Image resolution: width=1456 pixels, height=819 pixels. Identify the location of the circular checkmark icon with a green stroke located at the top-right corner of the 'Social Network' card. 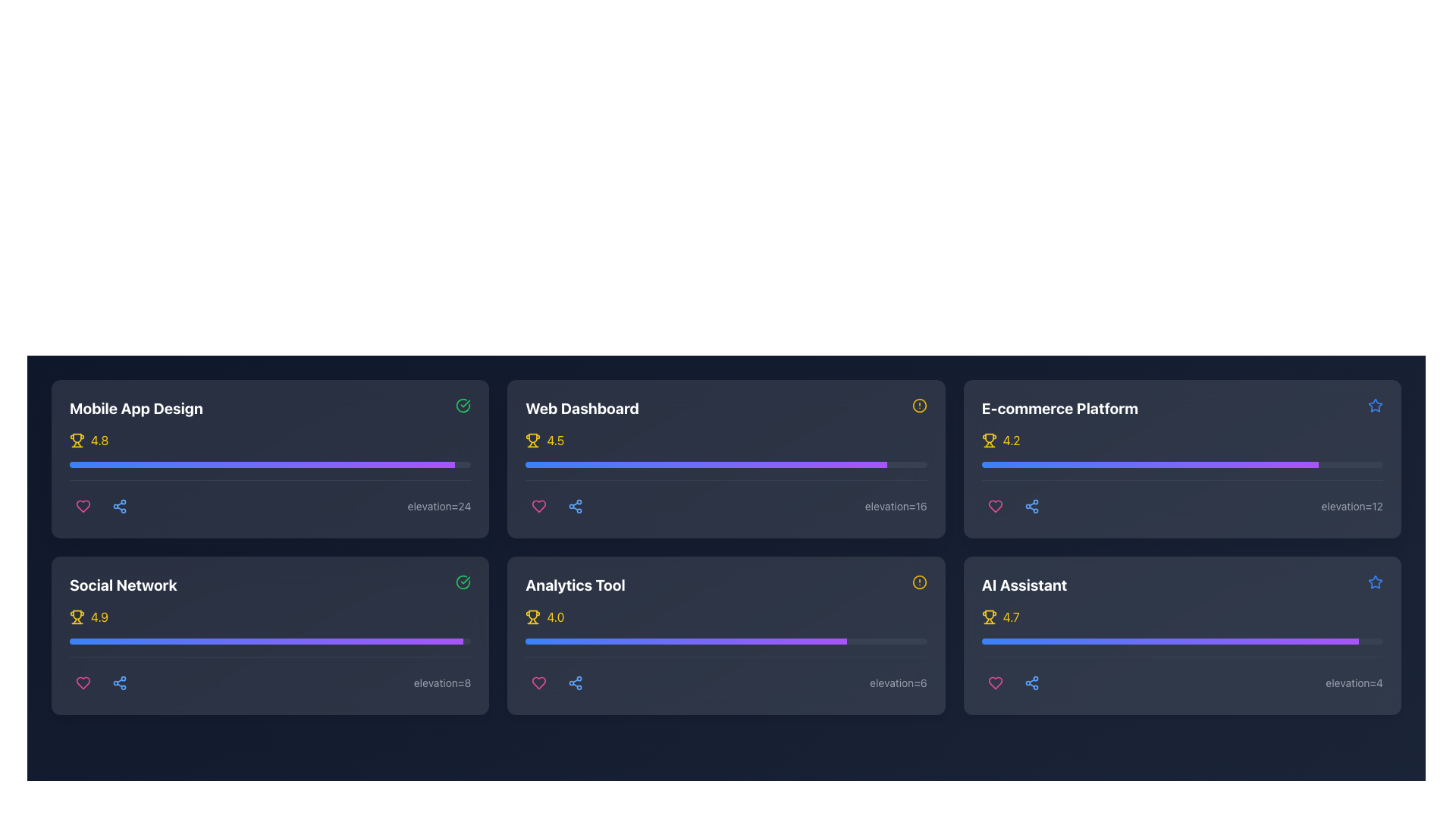
(463, 581).